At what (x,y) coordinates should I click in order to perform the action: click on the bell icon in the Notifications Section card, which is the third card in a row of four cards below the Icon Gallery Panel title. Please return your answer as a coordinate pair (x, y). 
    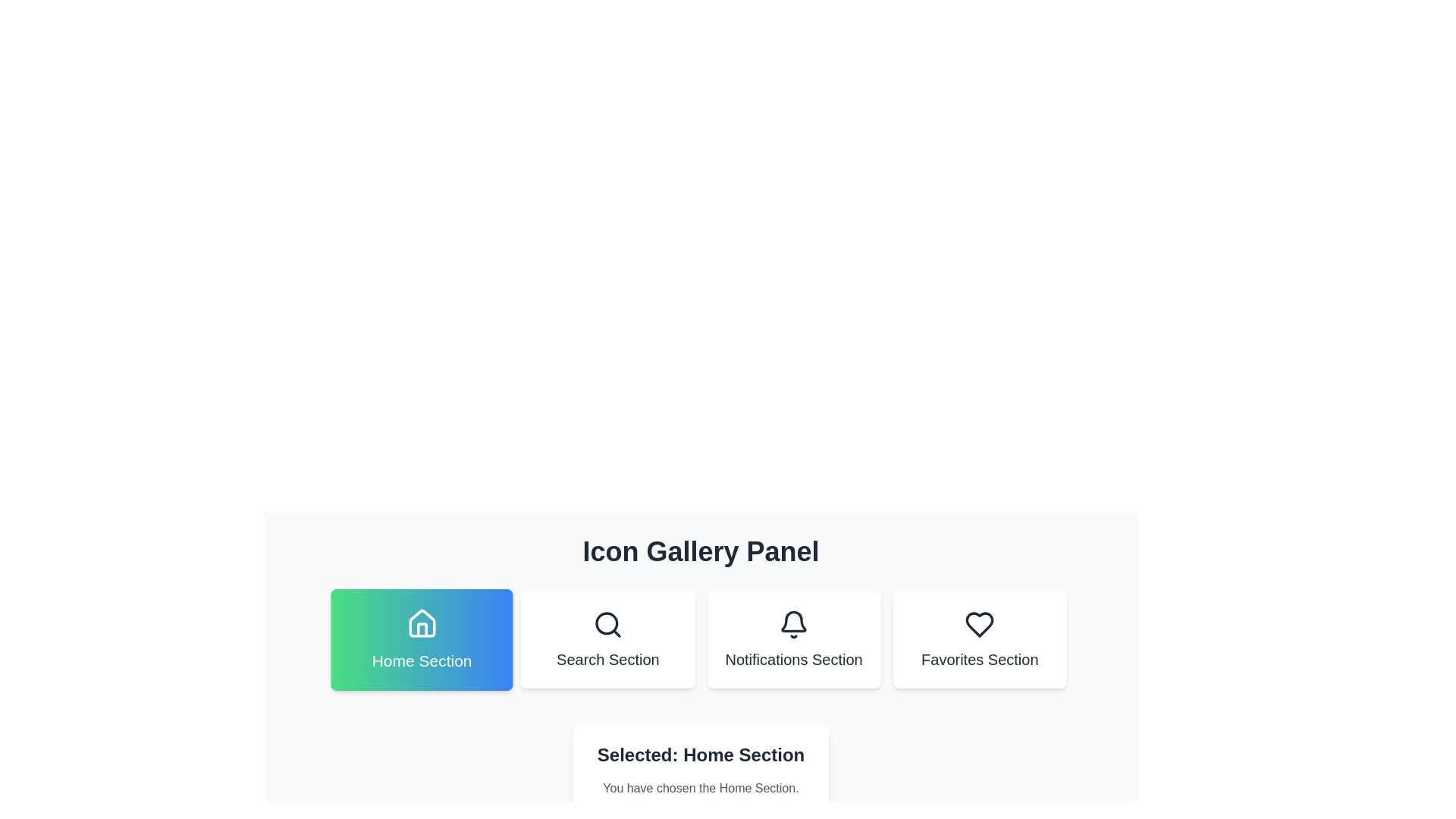
    Looking at the image, I should click on (793, 625).